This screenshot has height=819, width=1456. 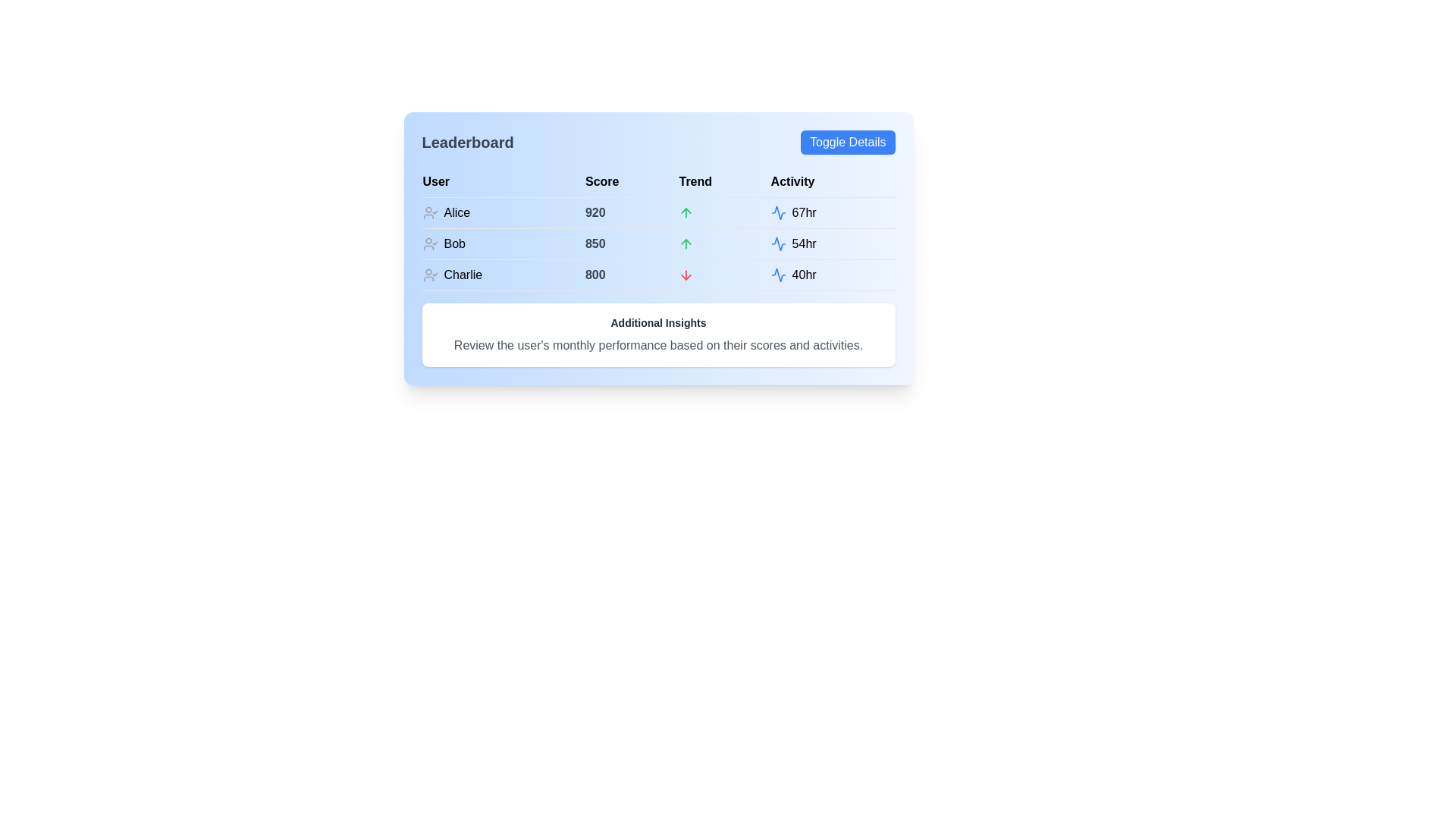 What do you see at coordinates (778, 213) in the screenshot?
I see `the activity icon located in the 'Activity' column of the leaderboard table, which is positioned to the immediate left of the text '67hr'` at bounding box center [778, 213].